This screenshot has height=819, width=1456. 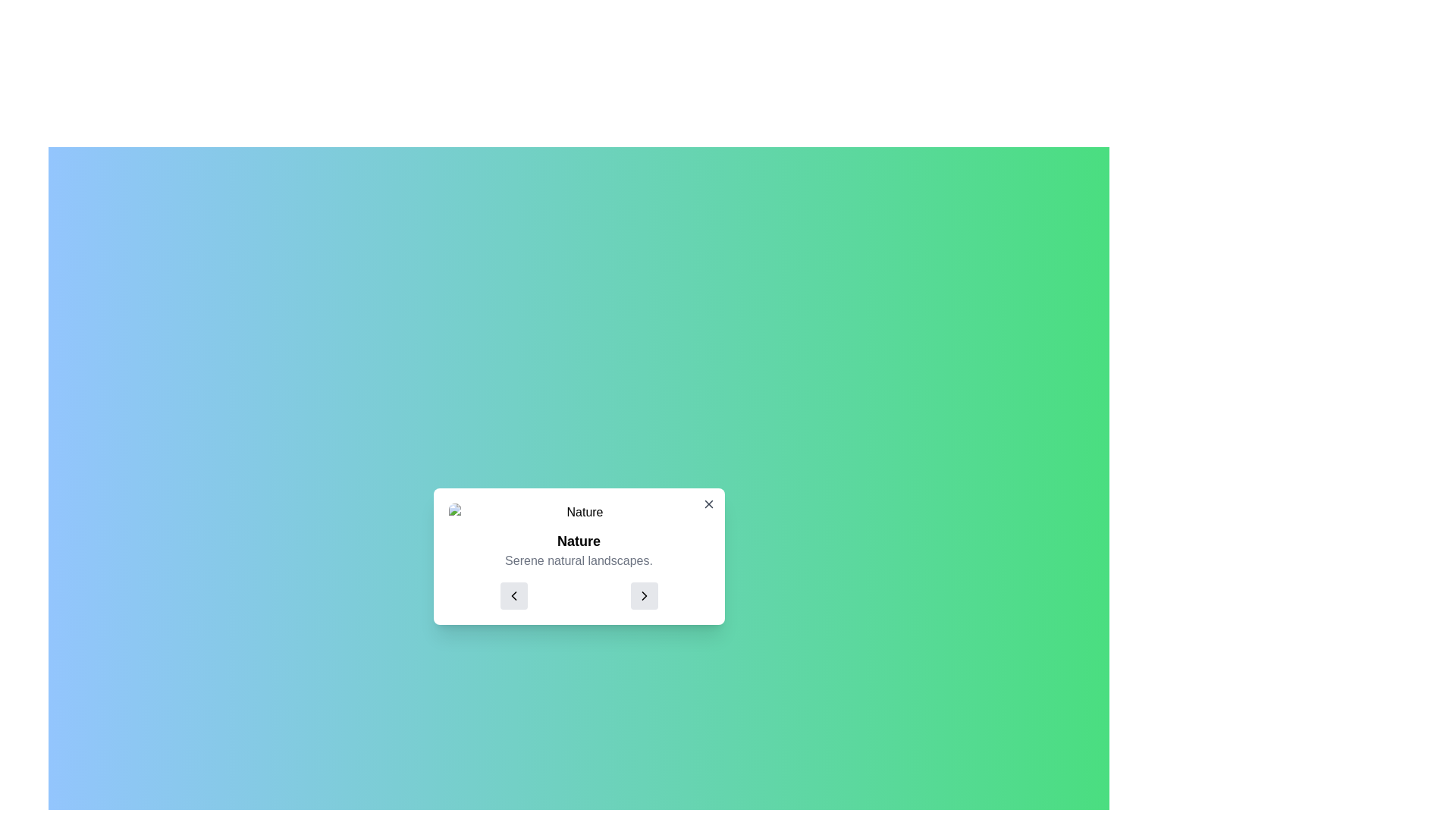 What do you see at coordinates (578, 556) in the screenshot?
I see `descriptive text within the Card Component, which includes the title 'Nature' and the subtitle 'Serene natural landscapes.'` at bounding box center [578, 556].